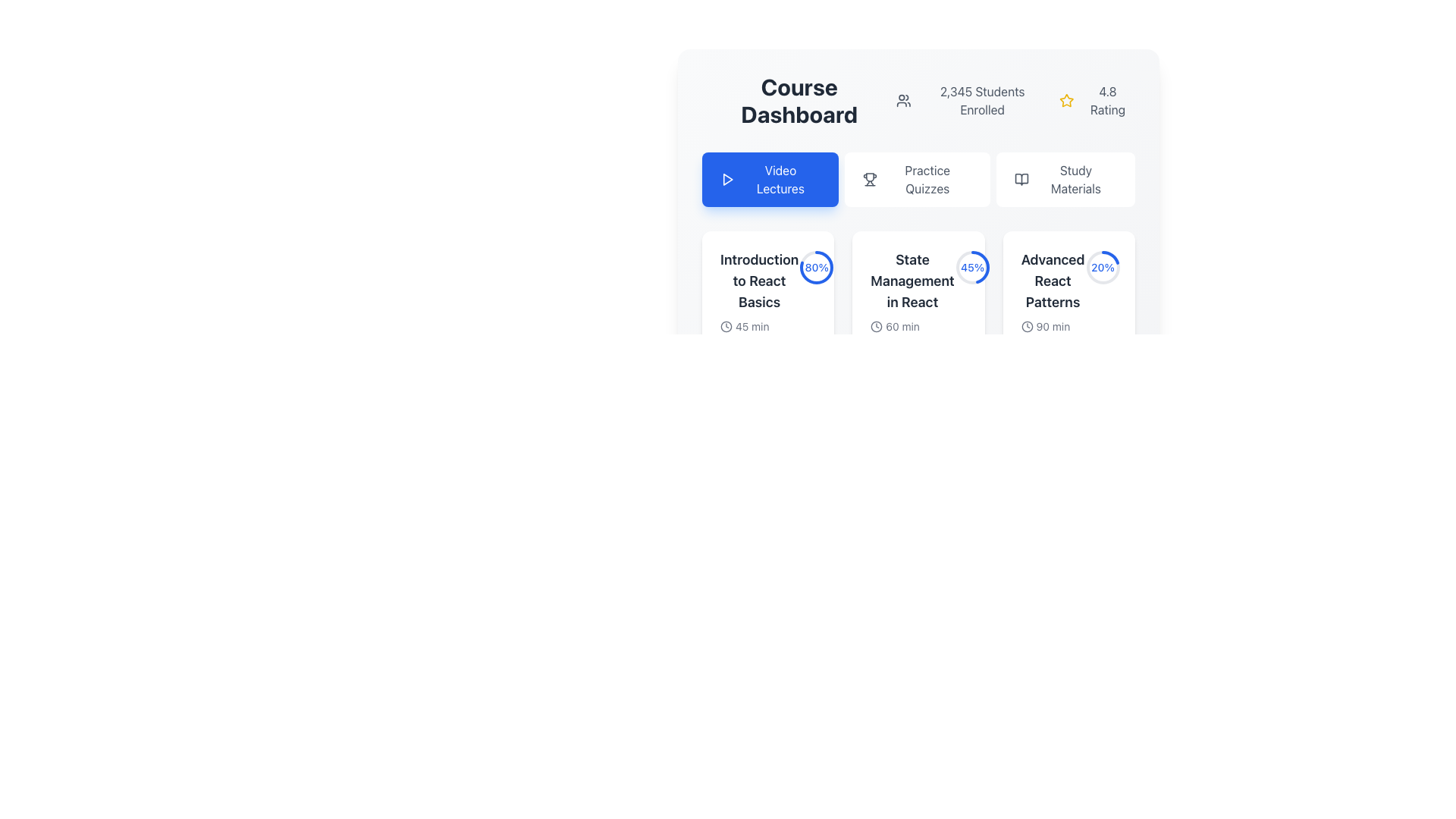  What do you see at coordinates (916, 178) in the screenshot?
I see `the 'Practice Quizzes' button located in the central top area of the page below the 'Course Dashboard' heading to change its background color` at bounding box center [916, 178].